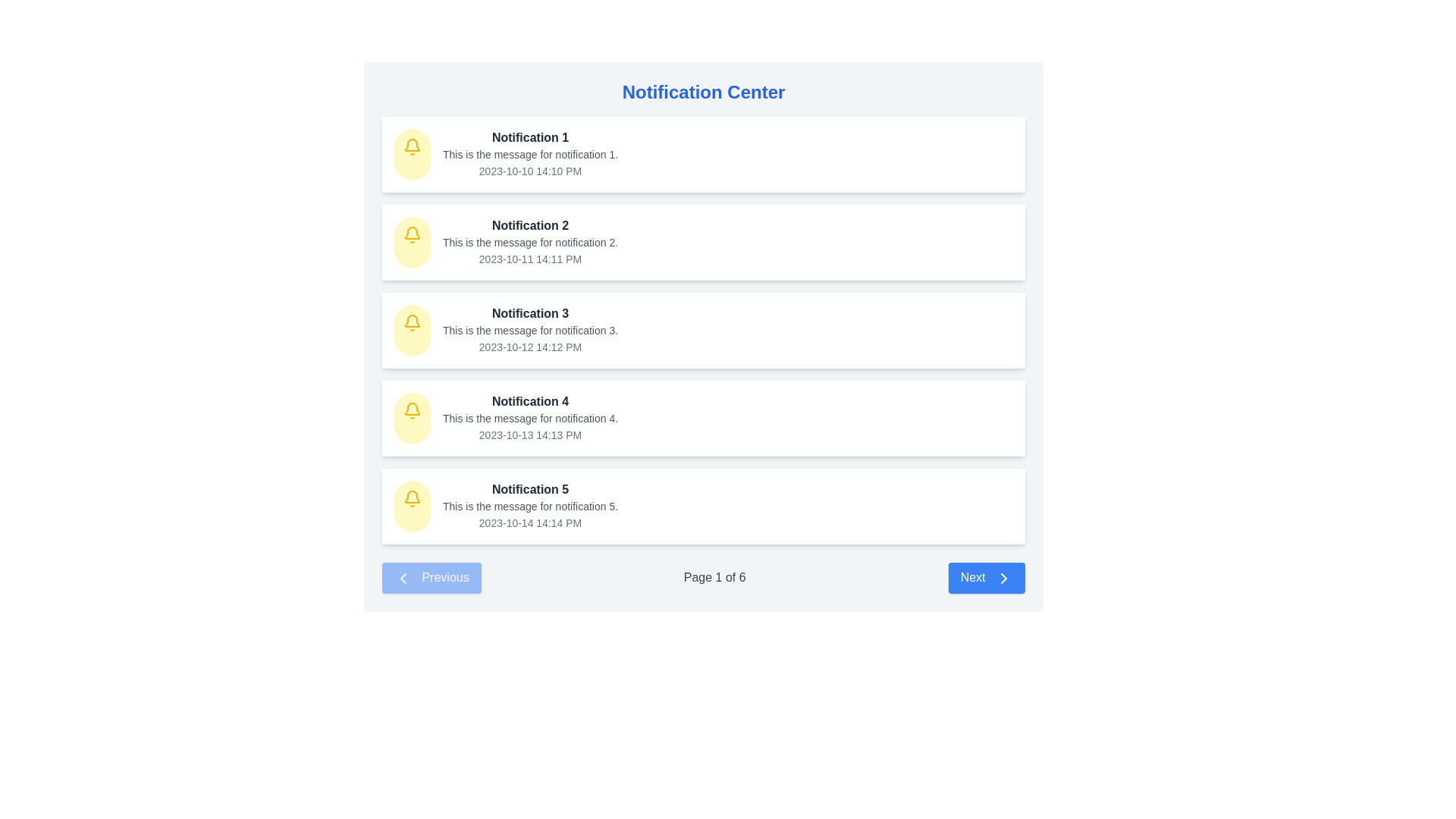 Image resolution: width=1456 pixels, height=819 pixels. I want to click on the text label displaying 'Notification 3' in bold dark gray font, which is the title of the third notification card, so click(530, 312).